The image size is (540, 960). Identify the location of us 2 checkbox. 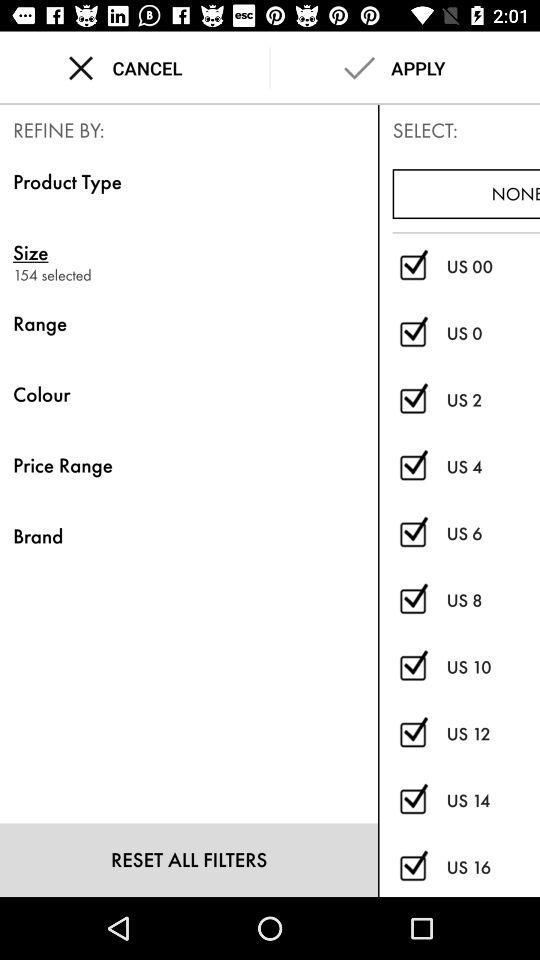
(412, 399).